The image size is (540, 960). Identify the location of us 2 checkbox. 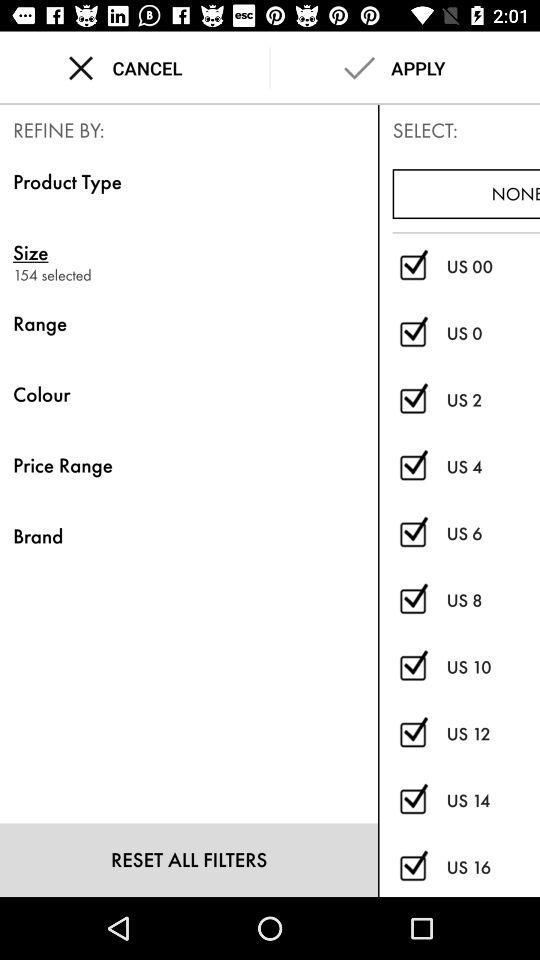
(412, 399).